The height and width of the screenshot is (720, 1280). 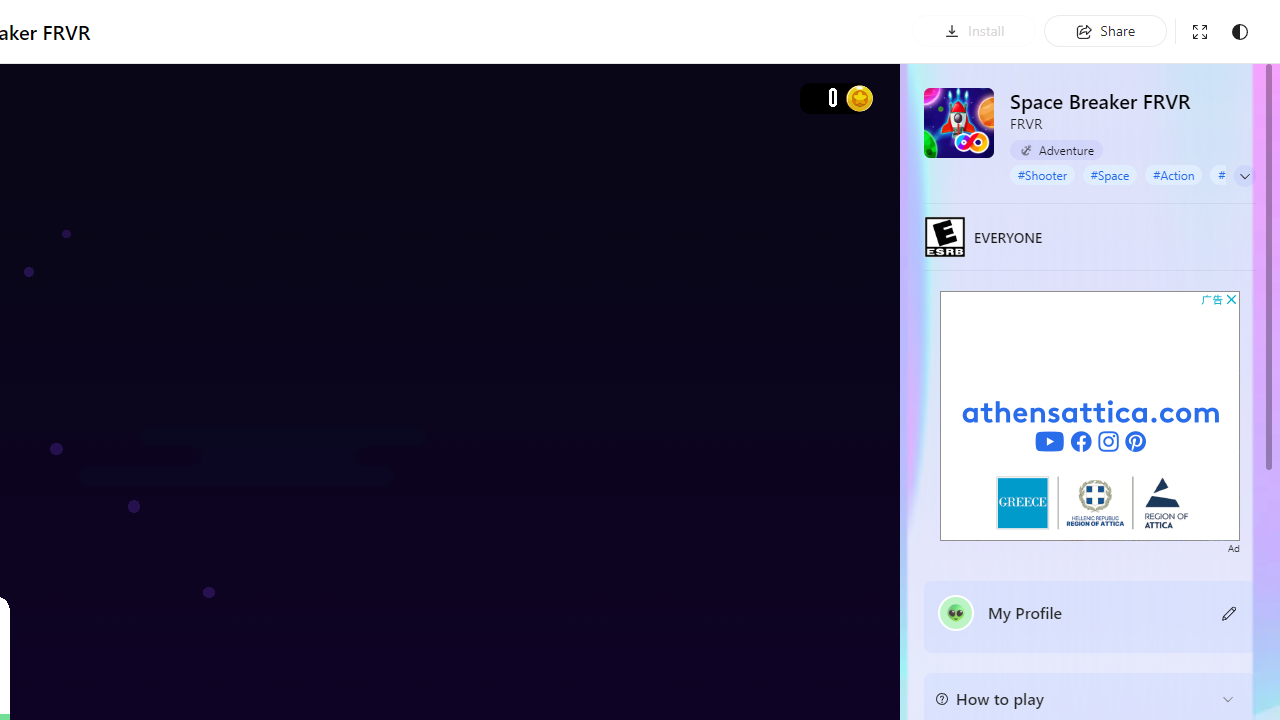 I want to click on 'Exit full screen', so click(x=1200, y=31).